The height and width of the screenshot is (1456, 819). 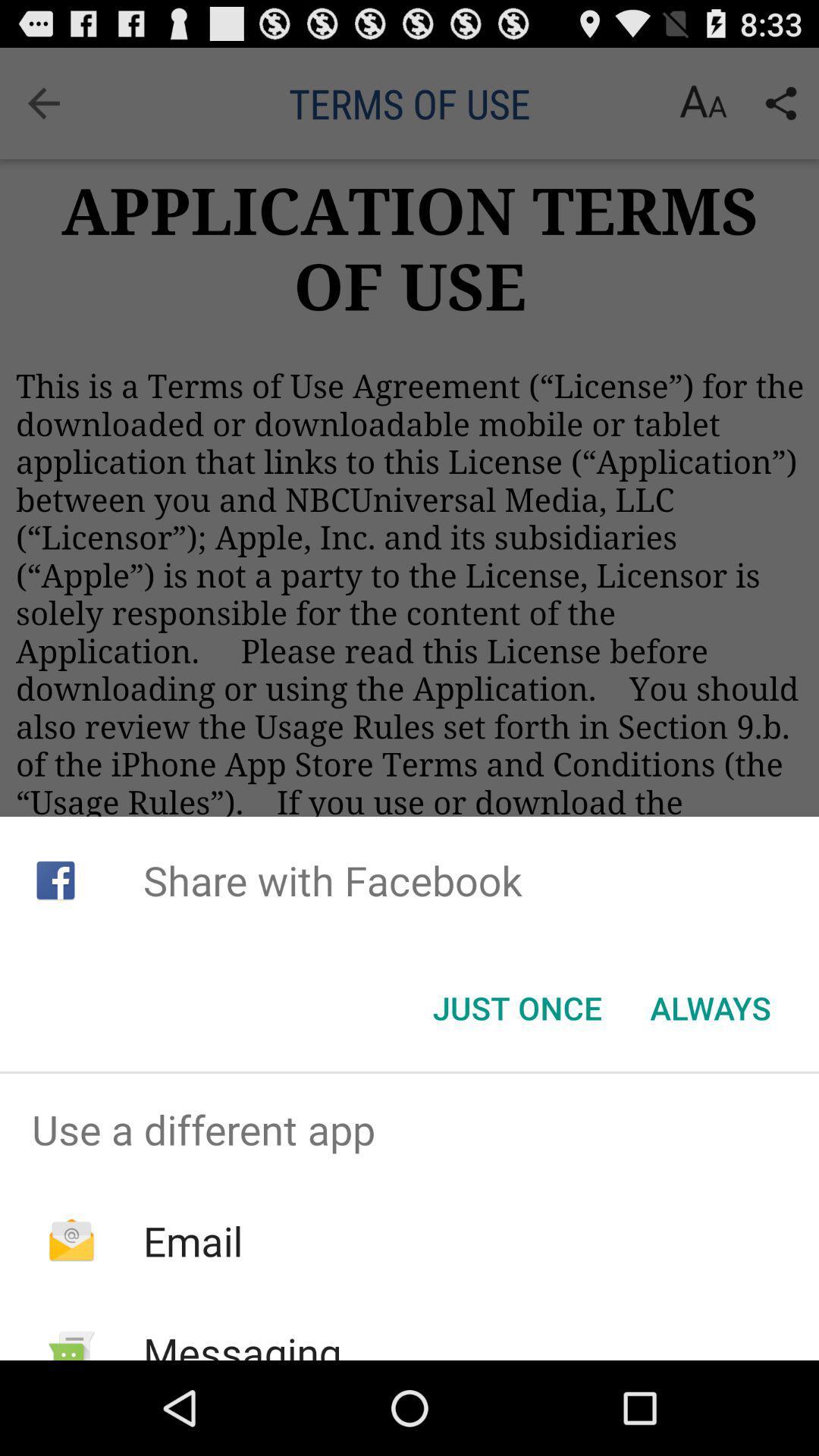 What do you see at coordinates (711, 1008) in the screenshot?
I see `icon to the right of the just once item` at bounding box center [711, 1008].